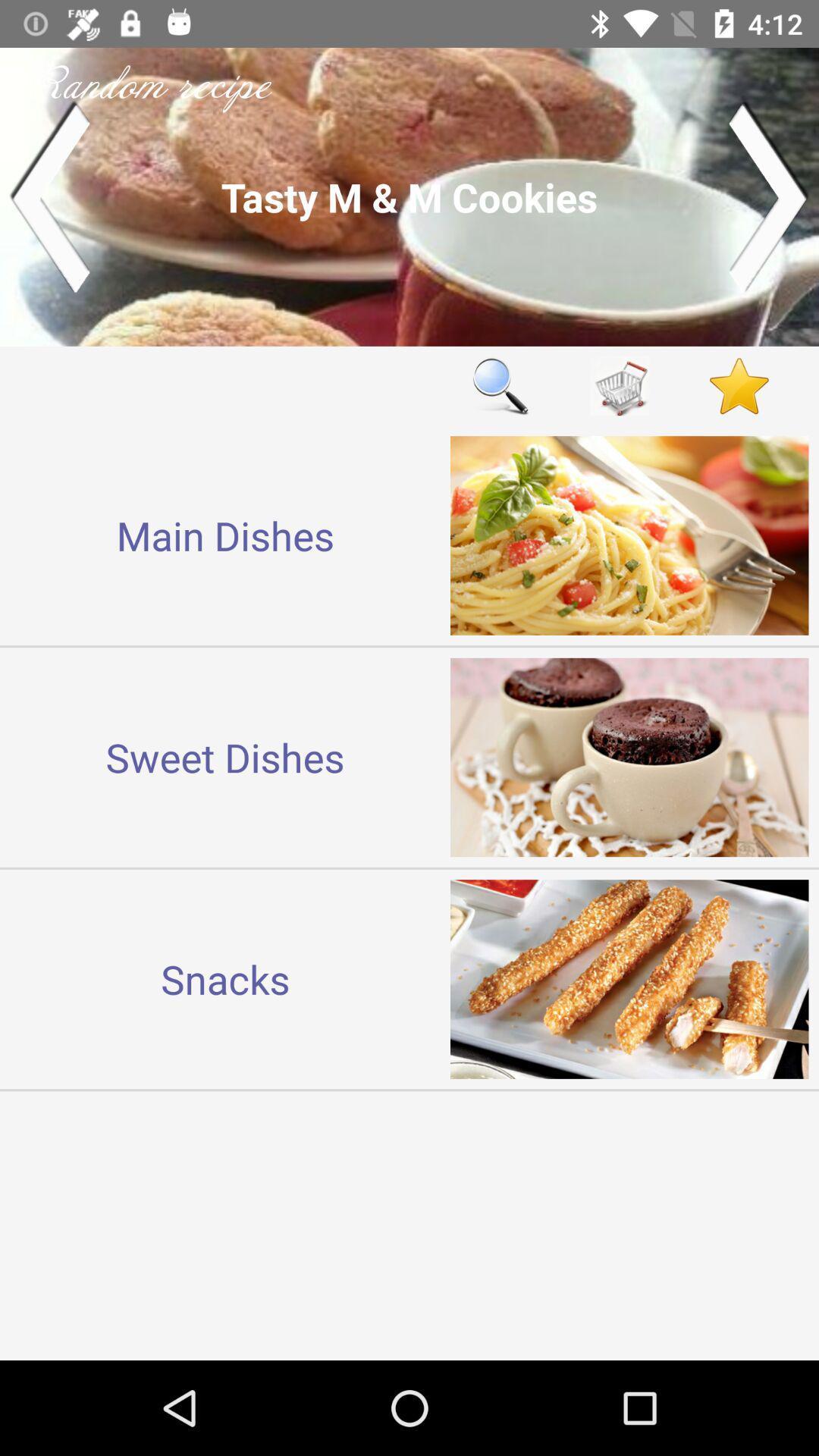  What do you see at coordinates (769, 196) in the screenshot?
I see `next recipe` at bounding box center [769, 196].